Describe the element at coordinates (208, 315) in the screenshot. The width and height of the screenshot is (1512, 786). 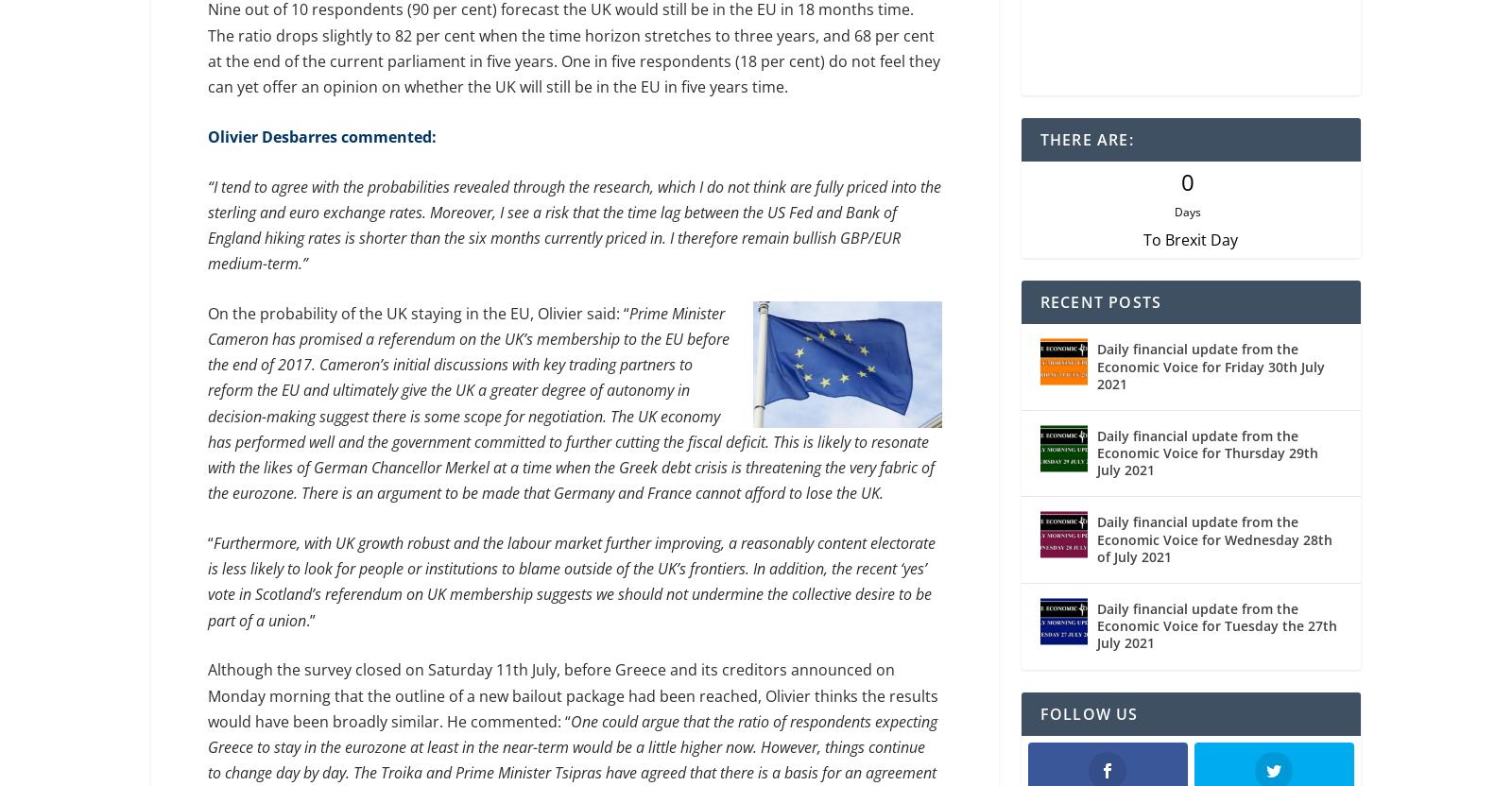
I see `'On the probability of the UK staying in the EU, Olivier said: “'` at that location.